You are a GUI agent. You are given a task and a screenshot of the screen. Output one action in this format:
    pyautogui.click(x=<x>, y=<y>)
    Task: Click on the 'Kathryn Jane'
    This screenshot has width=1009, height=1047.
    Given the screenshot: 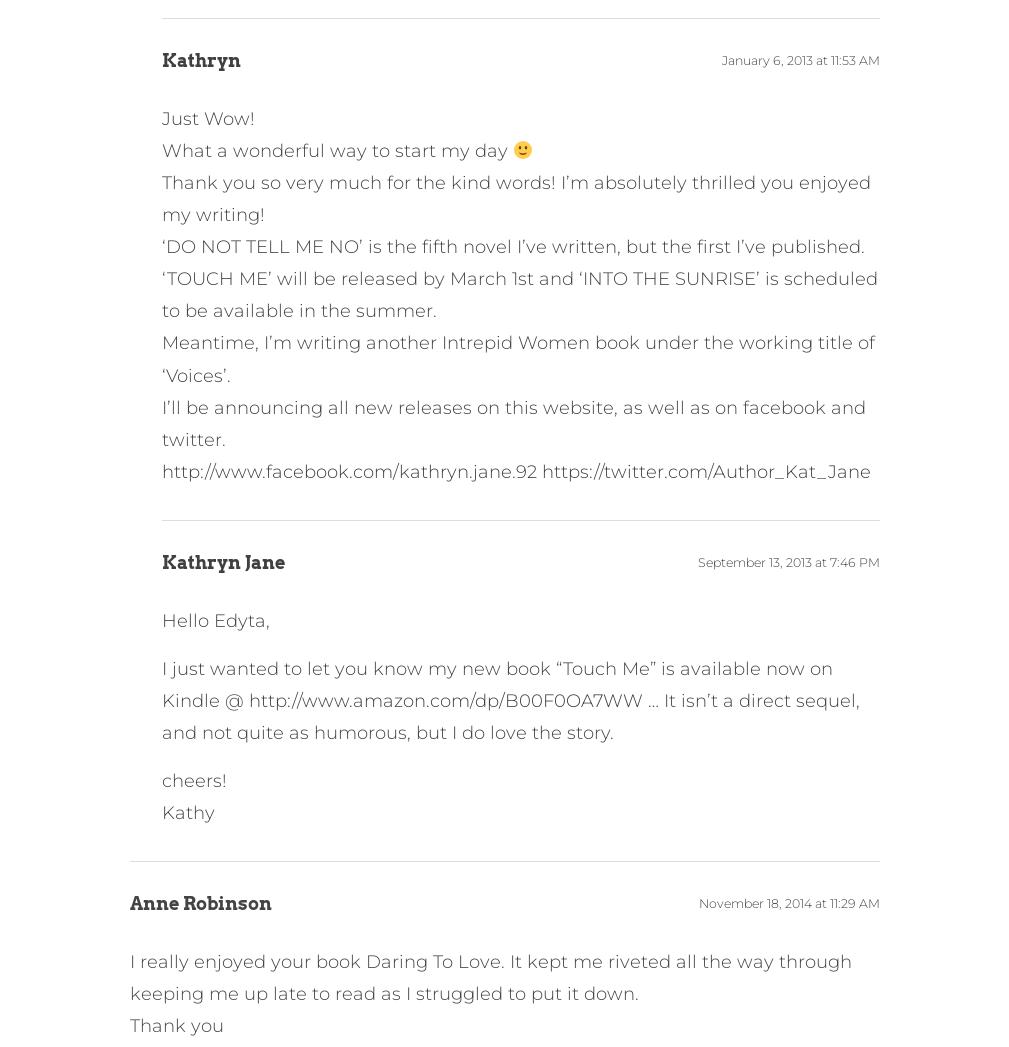 What is the action you would take?
    pyautogui.click(x=221, y=561)
    